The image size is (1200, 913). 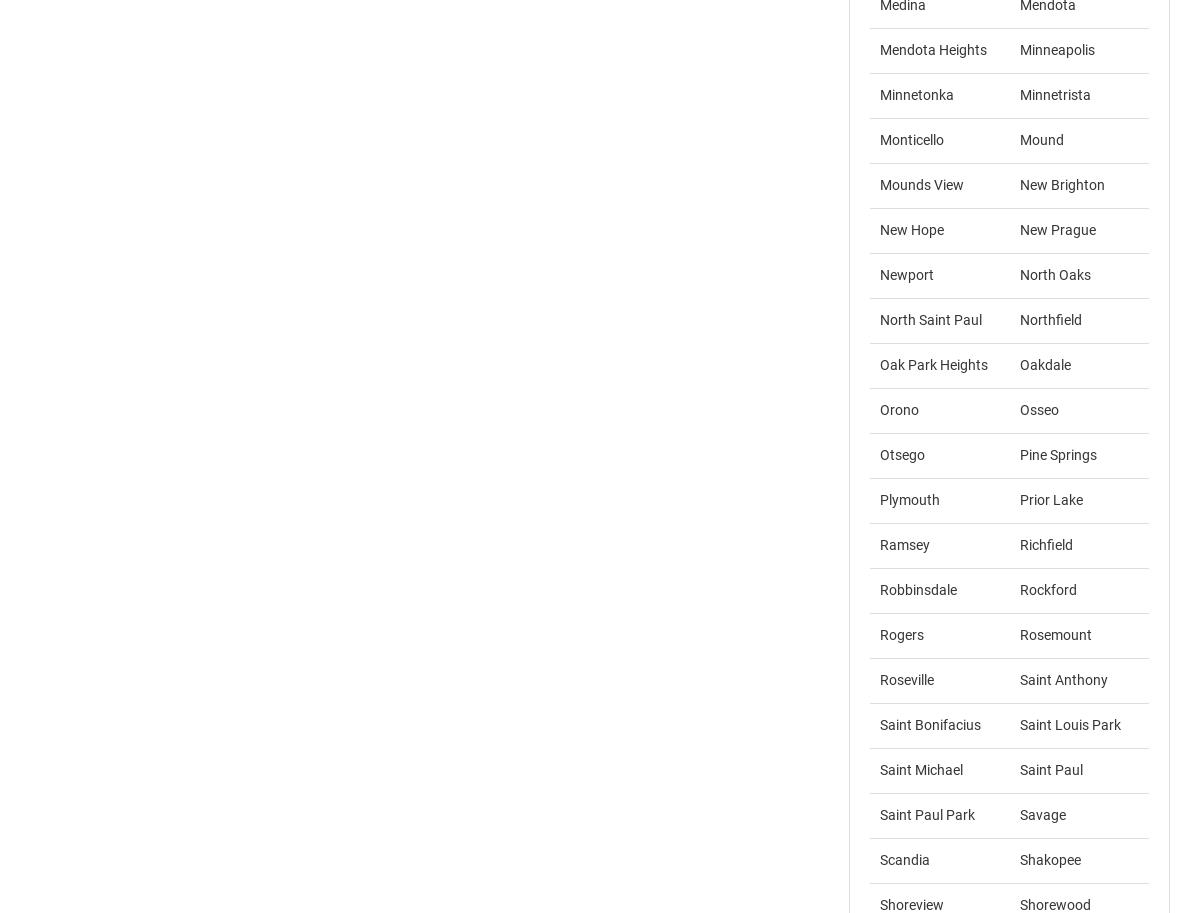 I want to click on 'Rockford', so click(x=1047, y=589).